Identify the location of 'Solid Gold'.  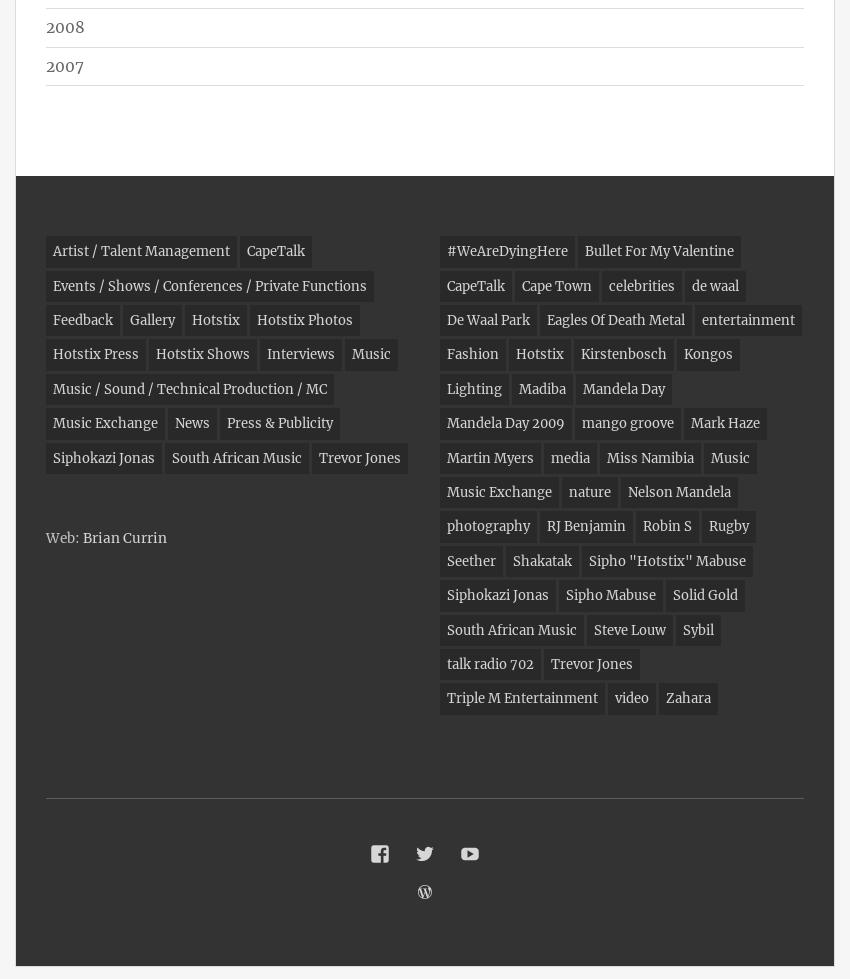
(673, 594).